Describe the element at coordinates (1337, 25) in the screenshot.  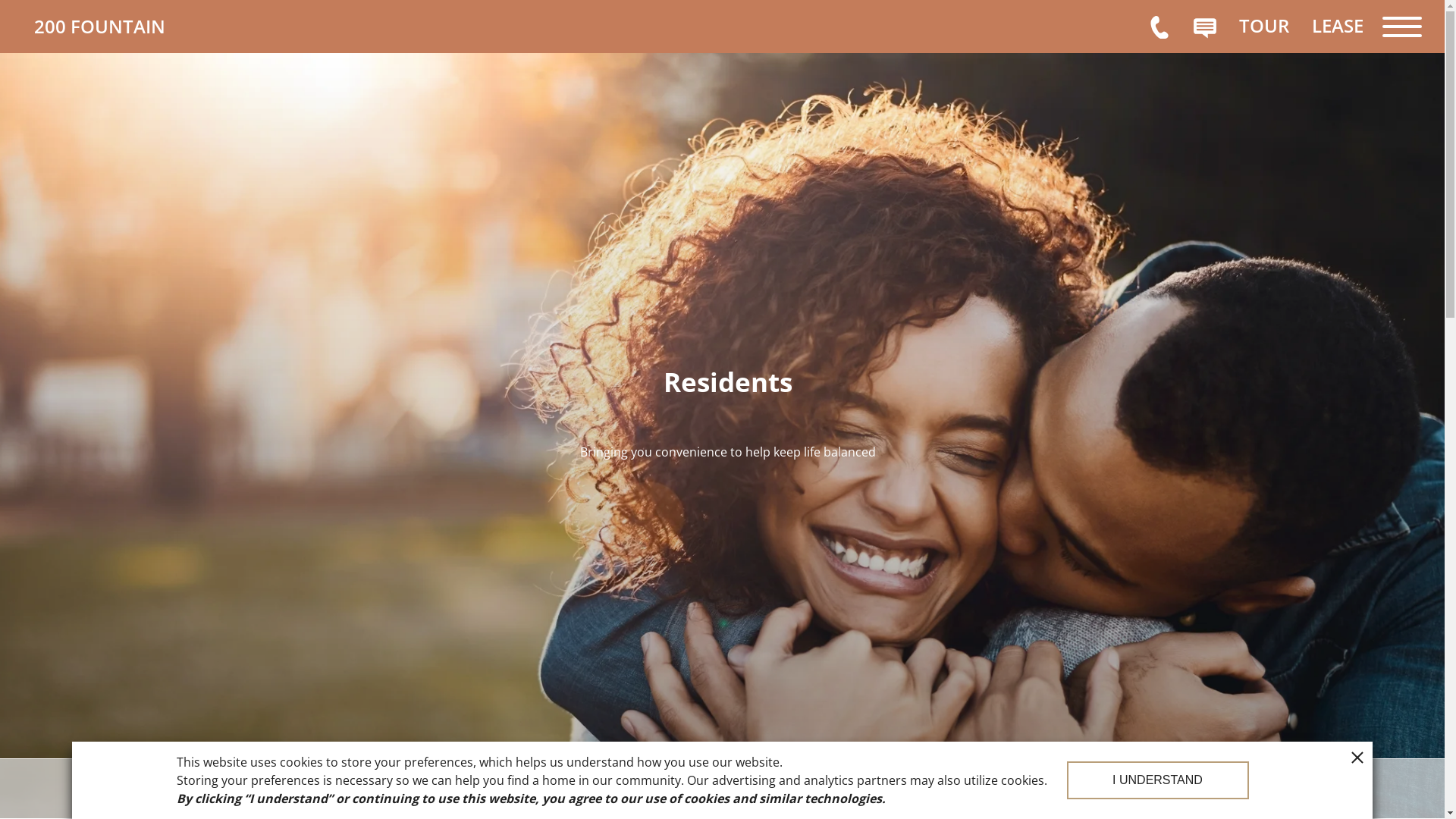
I see `'LEASE'` at that location.